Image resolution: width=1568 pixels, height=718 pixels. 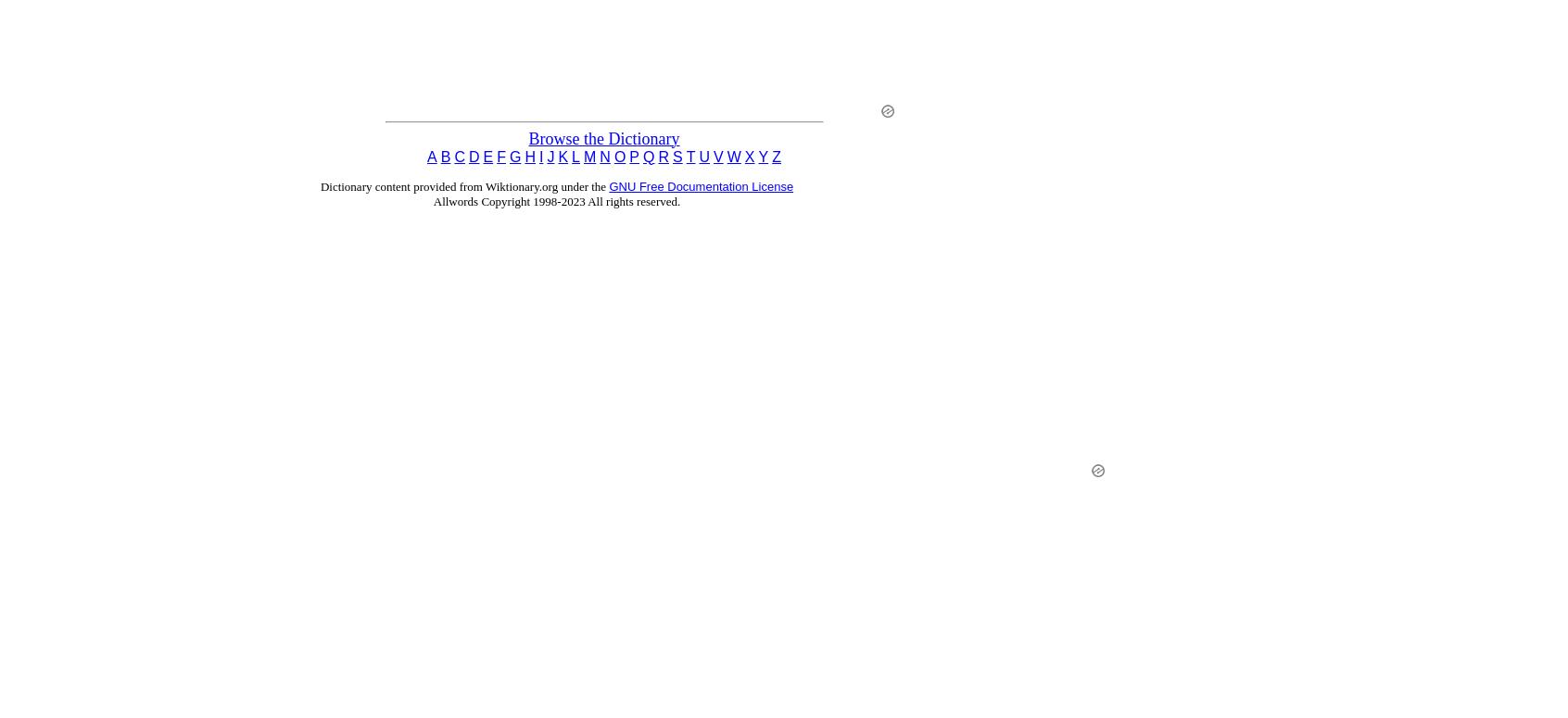 What do you see at coordinates (575, 155) in the screenshot?
I see `'L'` at bounding box center [575, 155].